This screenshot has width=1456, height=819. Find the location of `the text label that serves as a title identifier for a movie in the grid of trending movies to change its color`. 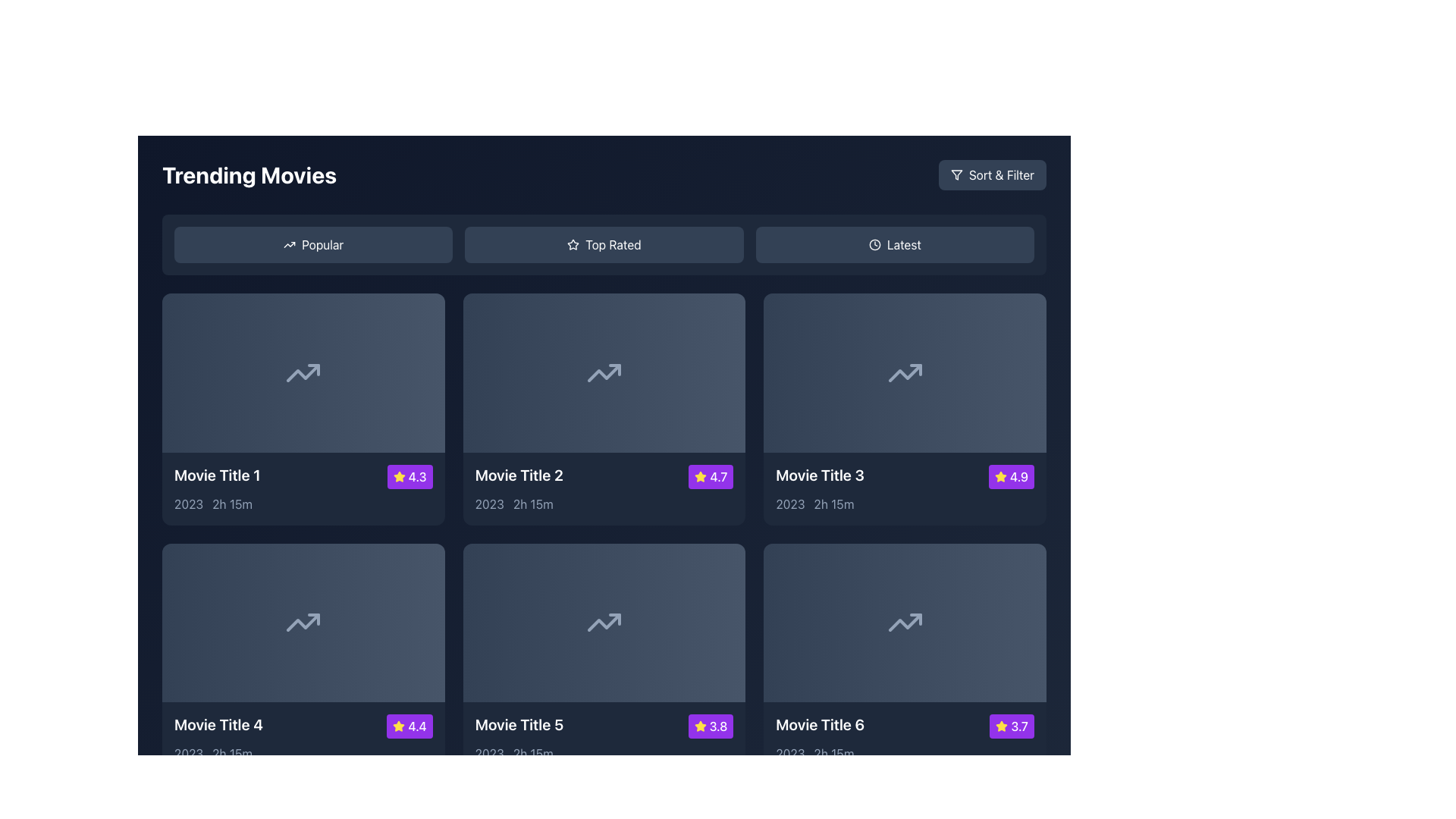

the text label that serves as a title identifier for a movie in the grid of trending movies to change its color is located at coordinates (216, 474).